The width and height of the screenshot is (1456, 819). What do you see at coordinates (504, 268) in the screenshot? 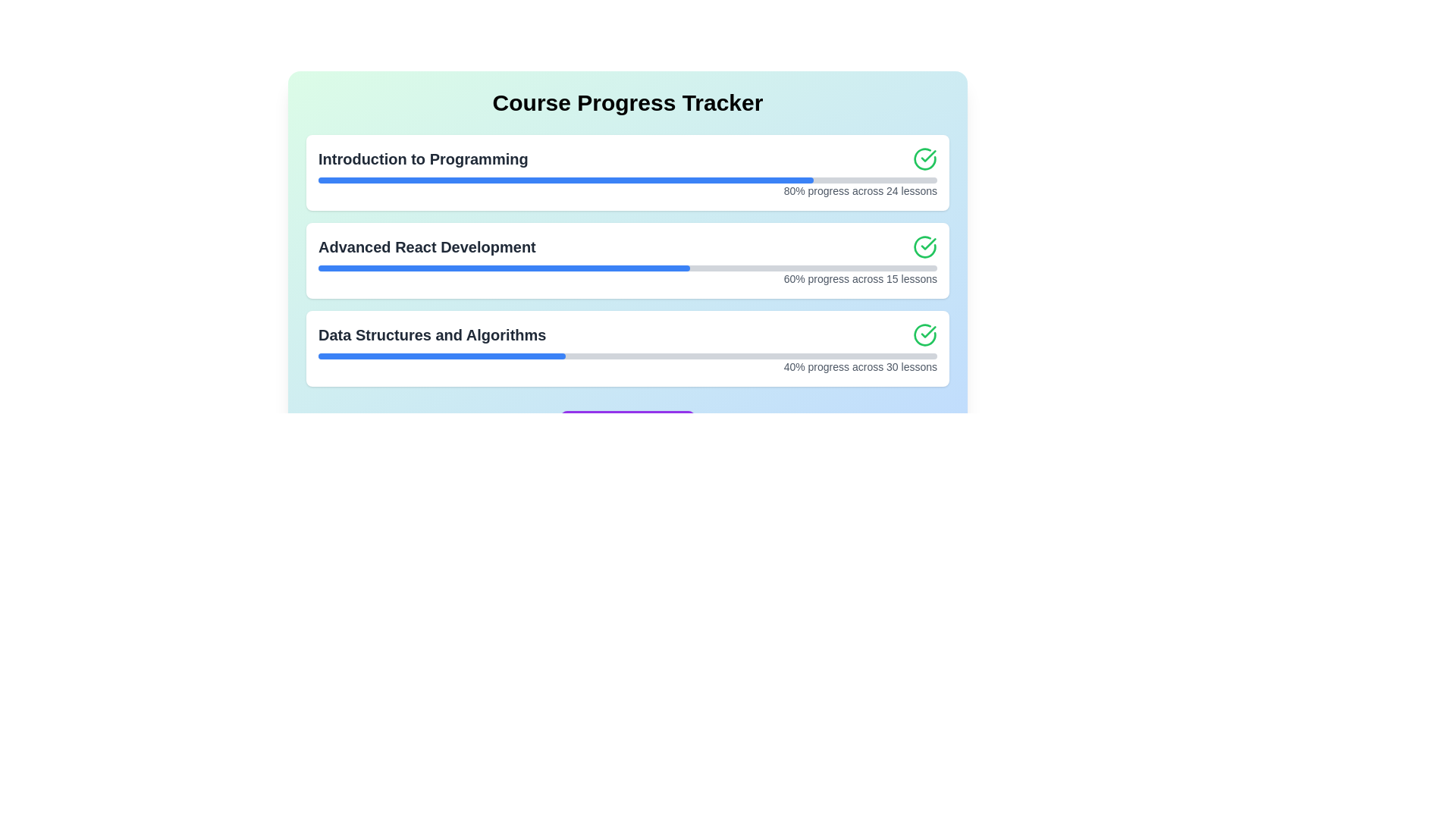
I see `the progress indicator of the 'Advanced React Development' course in the course tracker interface, which visually represents 60% completion within the gray progress bar` at bounding box center [504, 268].